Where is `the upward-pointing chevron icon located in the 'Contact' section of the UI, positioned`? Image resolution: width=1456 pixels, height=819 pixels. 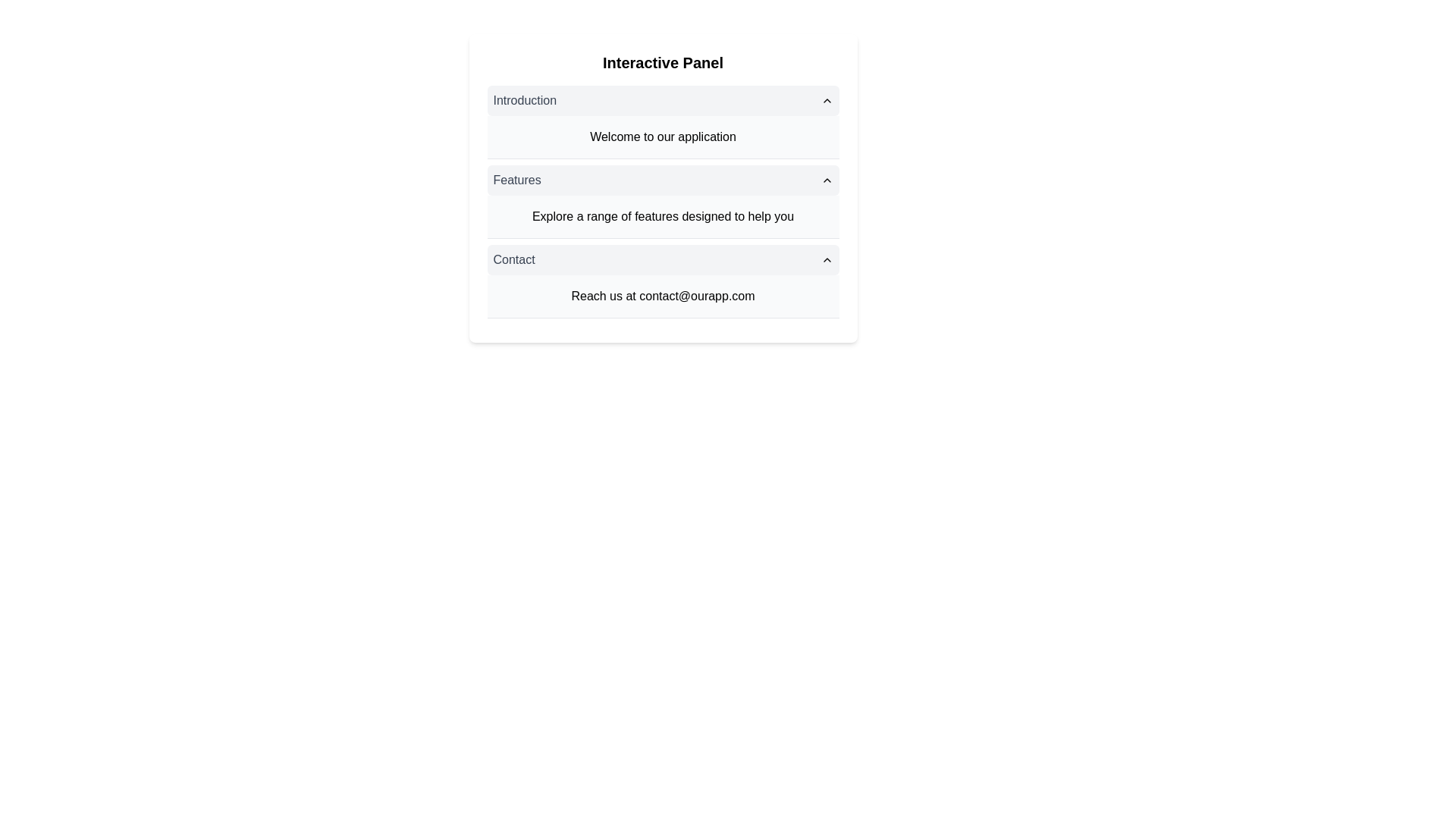
the upward-pointing chevron icon located in the 'Contact' section of the UI, positioned is located at coordinates (826, 259).